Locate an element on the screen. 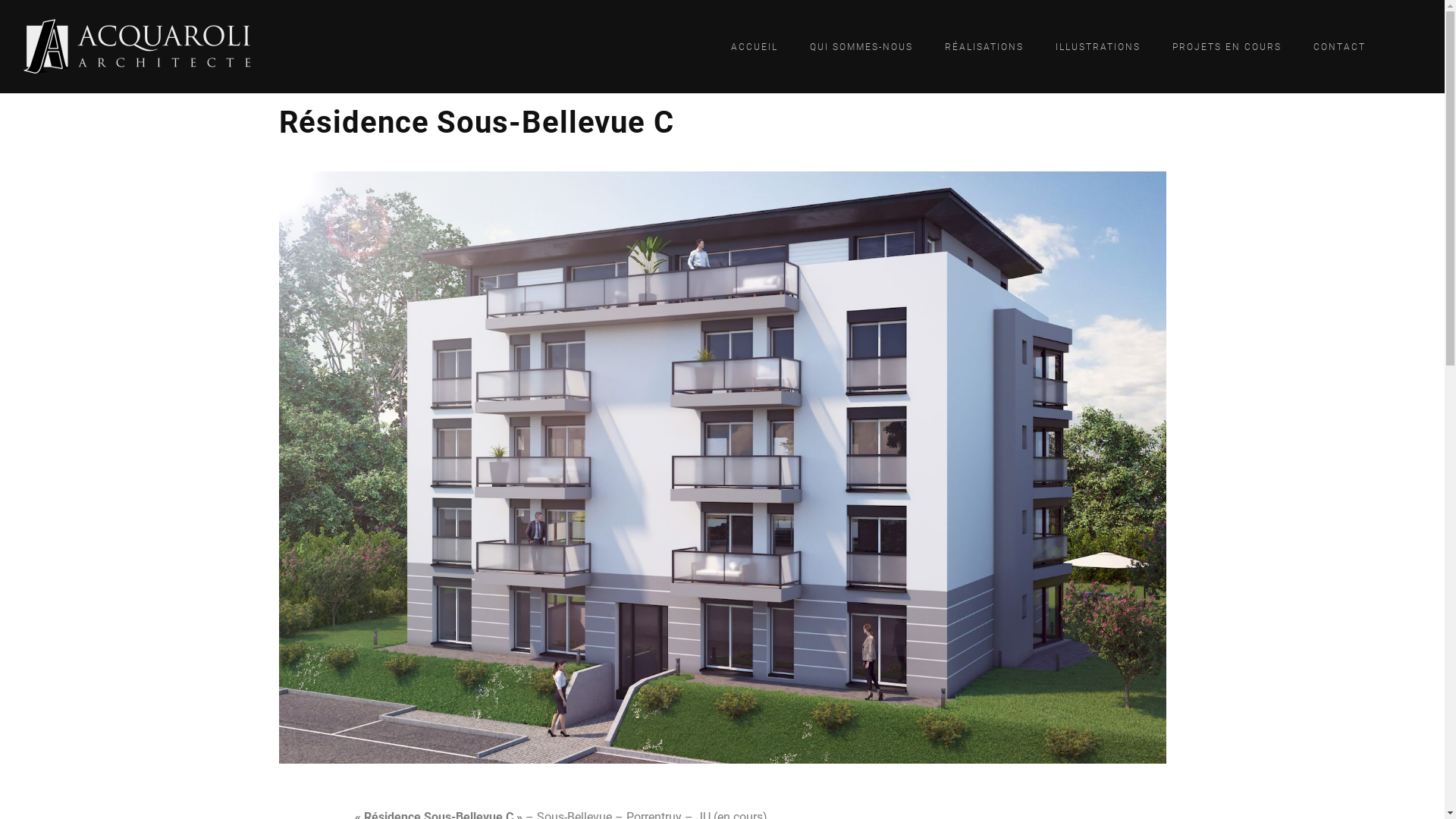  'ACCUEIL' is located at coordinates (754, 45).